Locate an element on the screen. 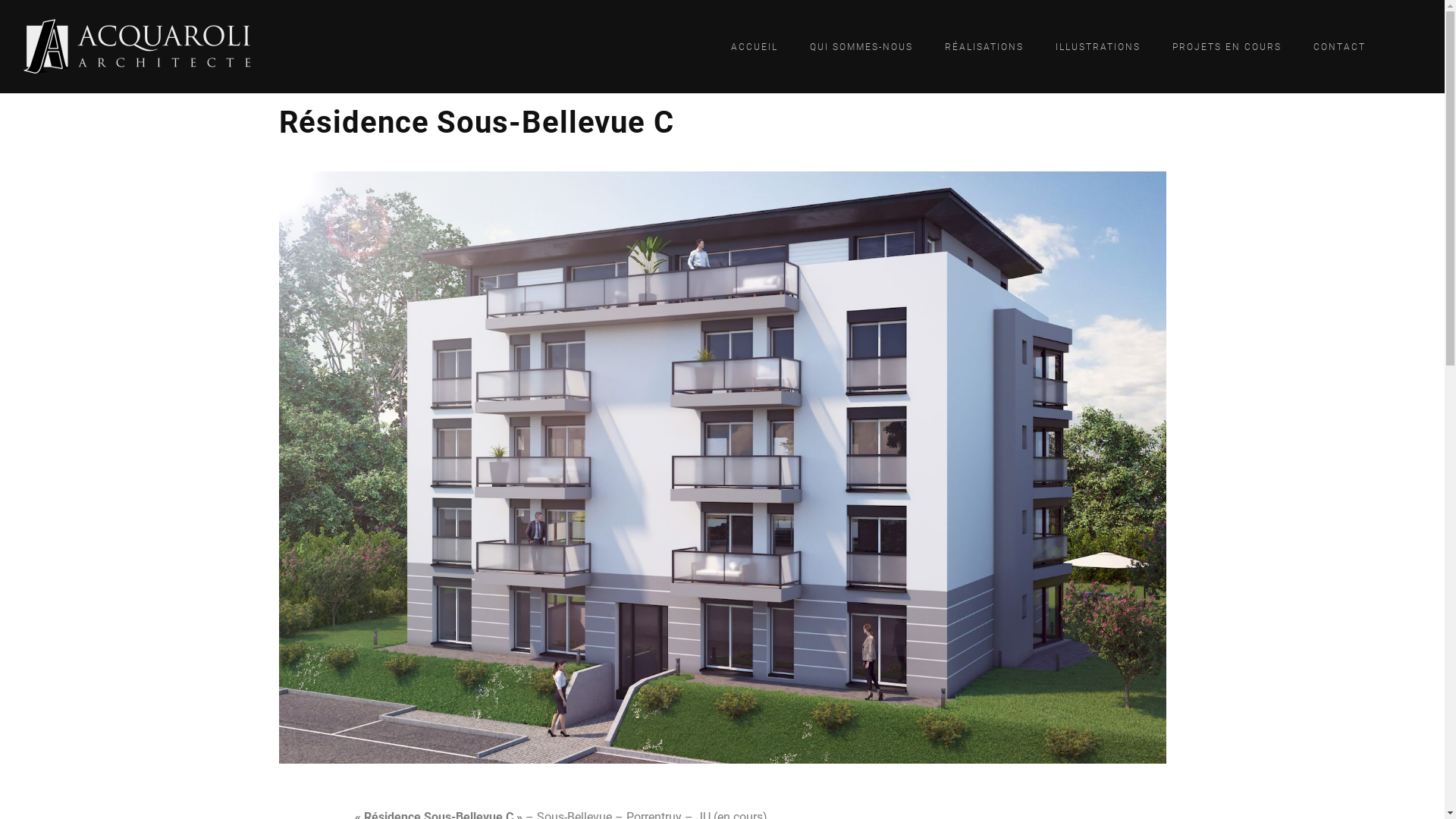  'ACCUEIL' is located at coordinates (754, 45).